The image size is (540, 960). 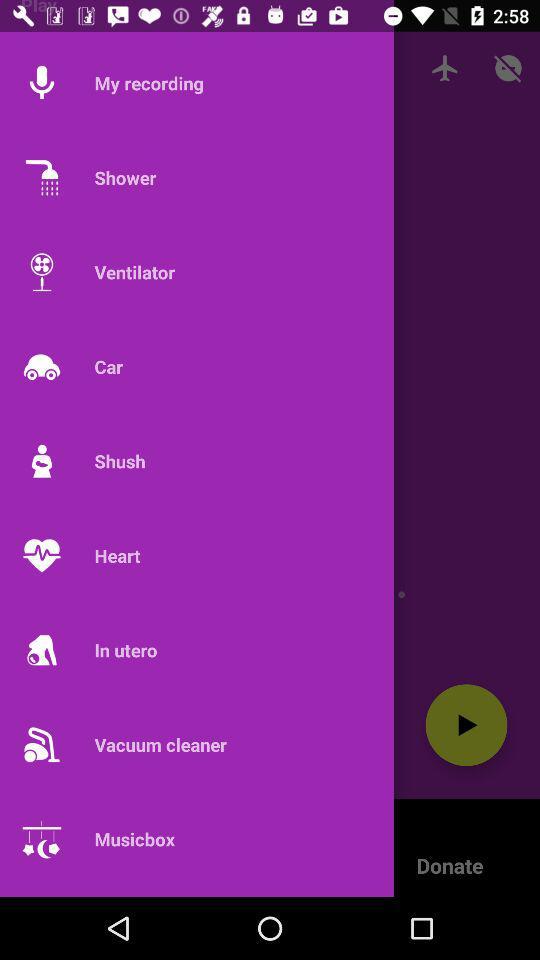 I want to click on the play icon, so click(x=466, y=724).